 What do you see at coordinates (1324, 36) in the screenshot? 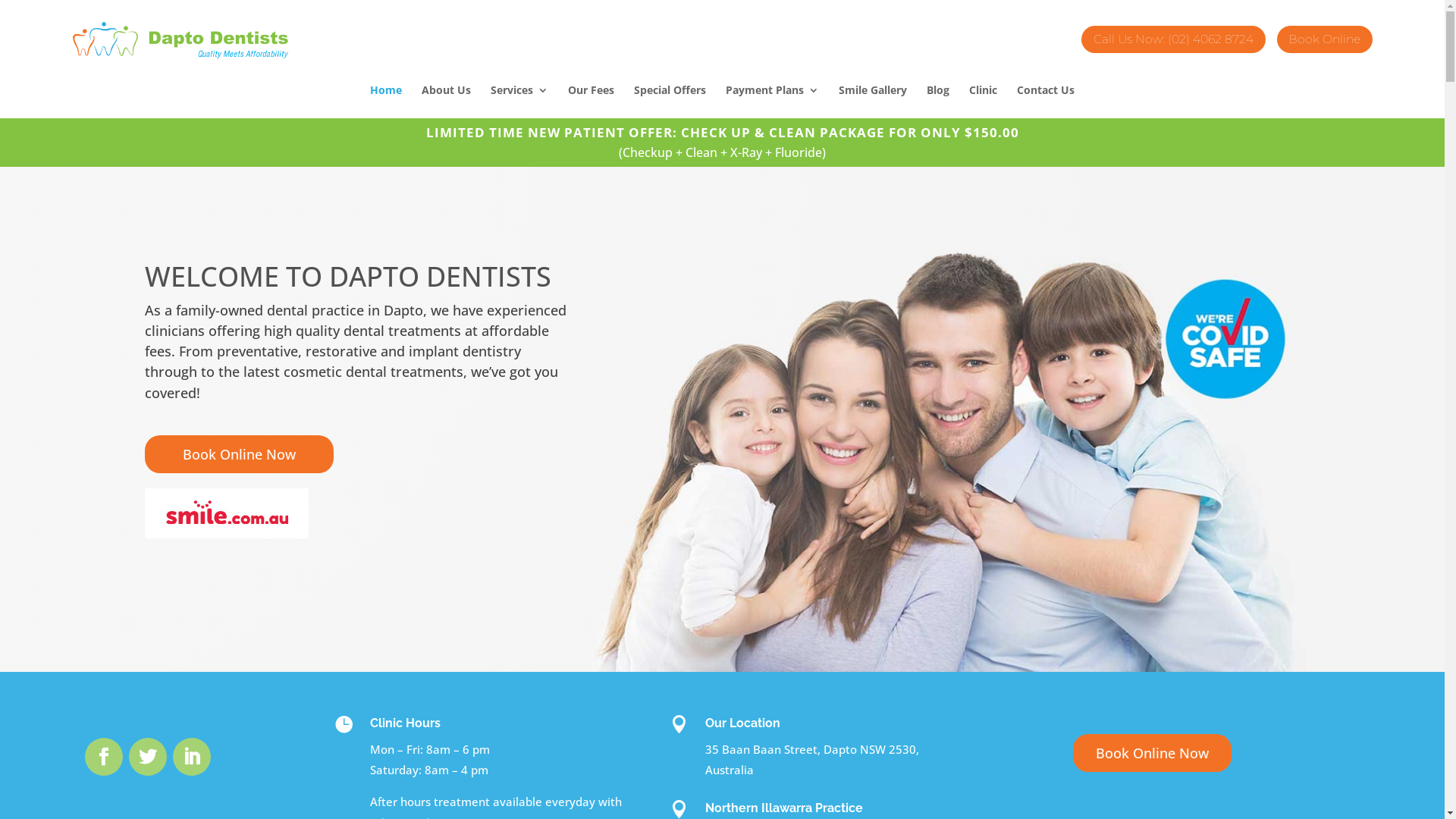
I see `'Book Online'` at bounding box center [1324, 36].